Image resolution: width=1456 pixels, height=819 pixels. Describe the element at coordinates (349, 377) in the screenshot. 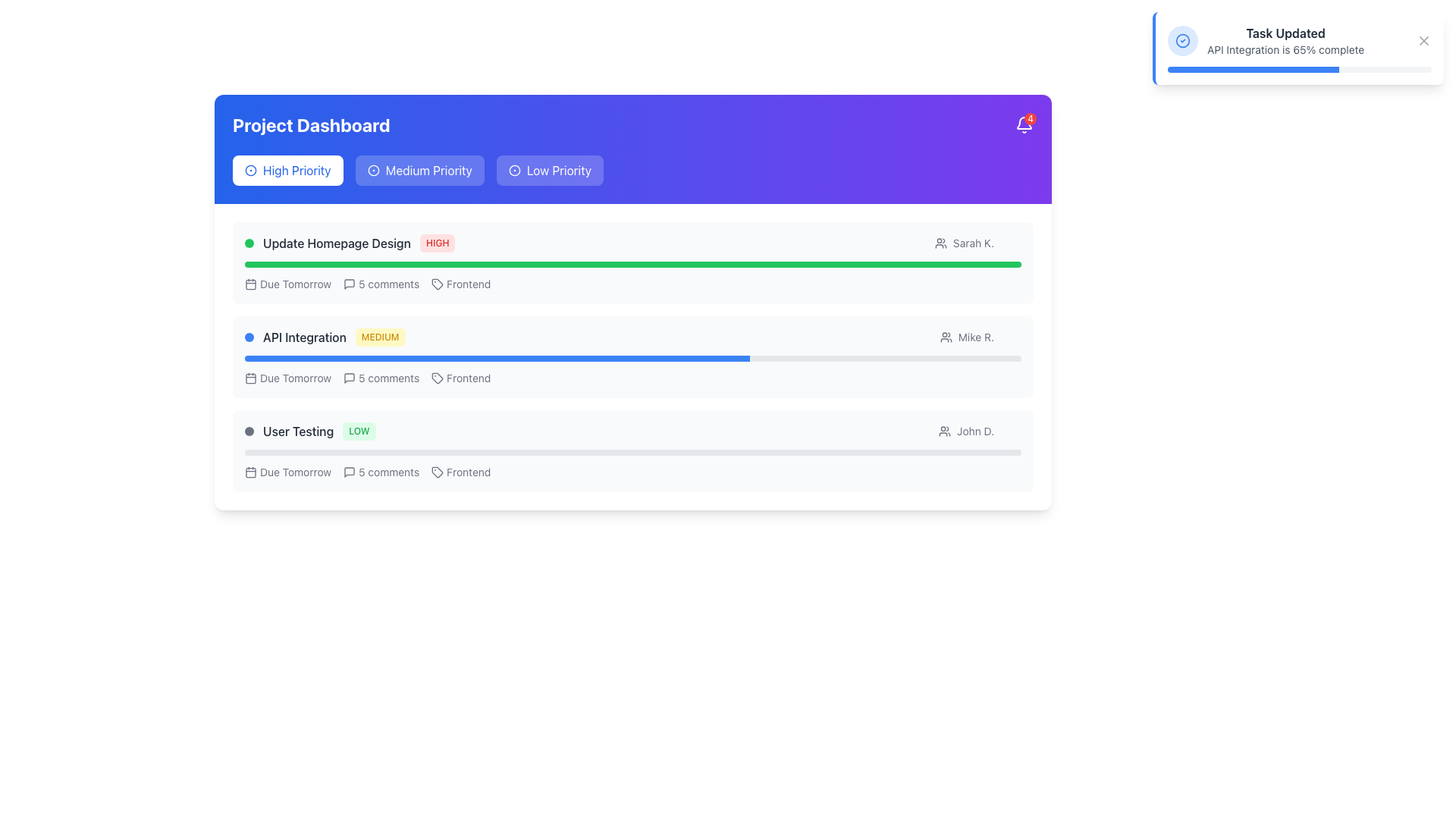

I see `the speech bubble icon, which denotes comments or messages, located in the top-right corner of the interface next to the notification badge icon` at that location.